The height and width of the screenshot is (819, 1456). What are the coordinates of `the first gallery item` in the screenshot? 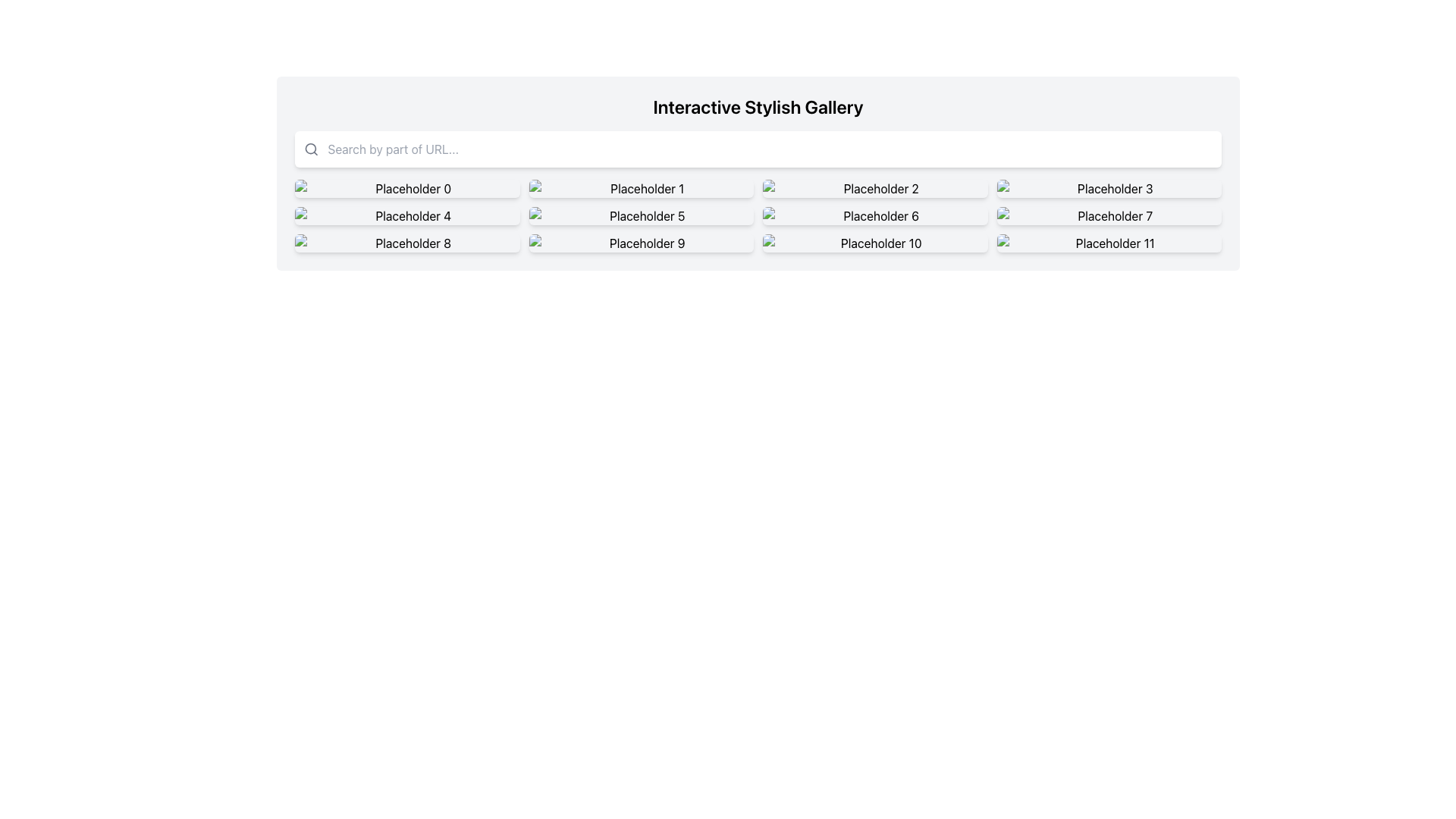 It's located at (407, 188).